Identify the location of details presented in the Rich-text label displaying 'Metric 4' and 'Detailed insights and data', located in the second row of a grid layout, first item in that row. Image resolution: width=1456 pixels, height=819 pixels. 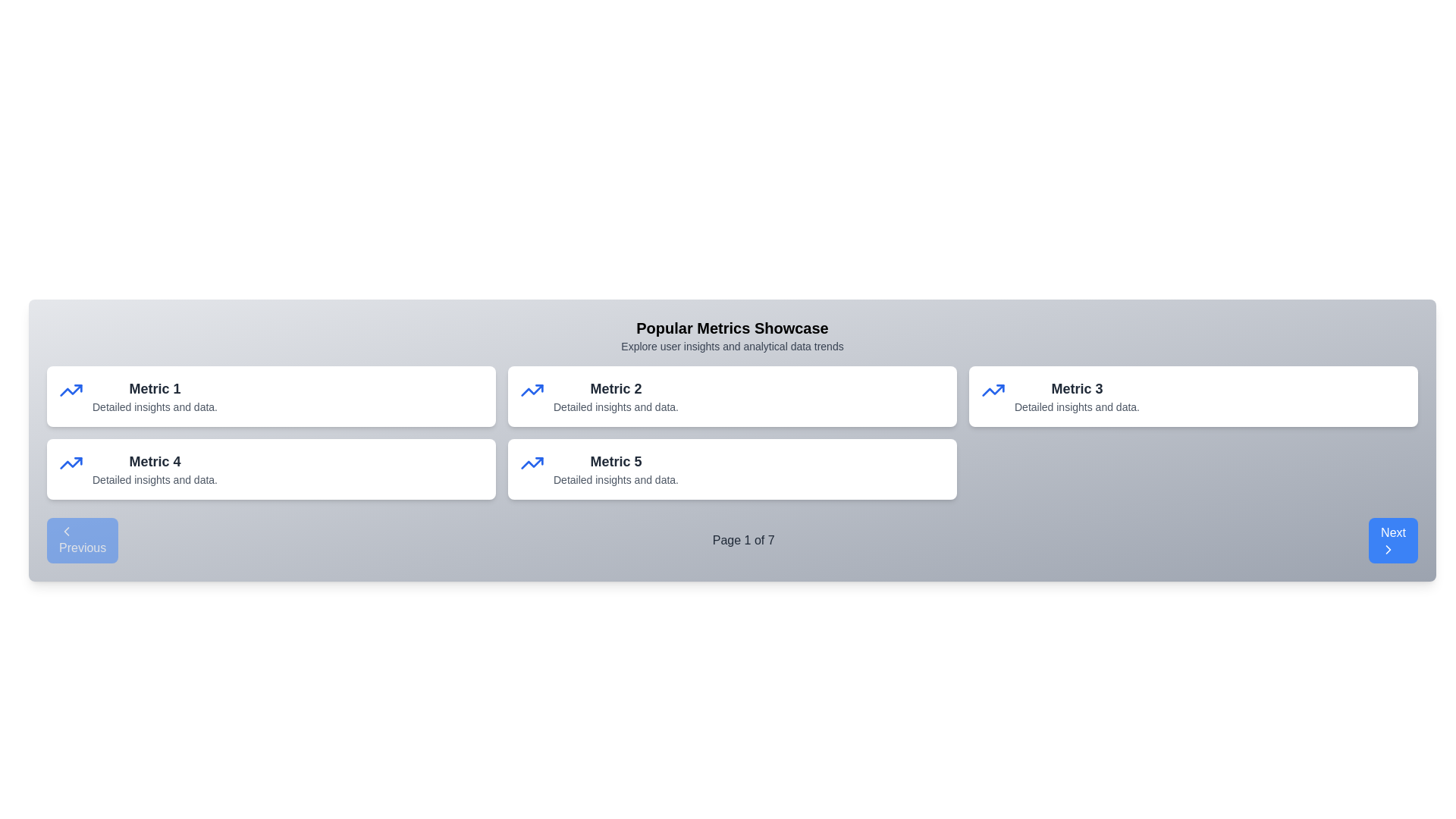
(150, 468).